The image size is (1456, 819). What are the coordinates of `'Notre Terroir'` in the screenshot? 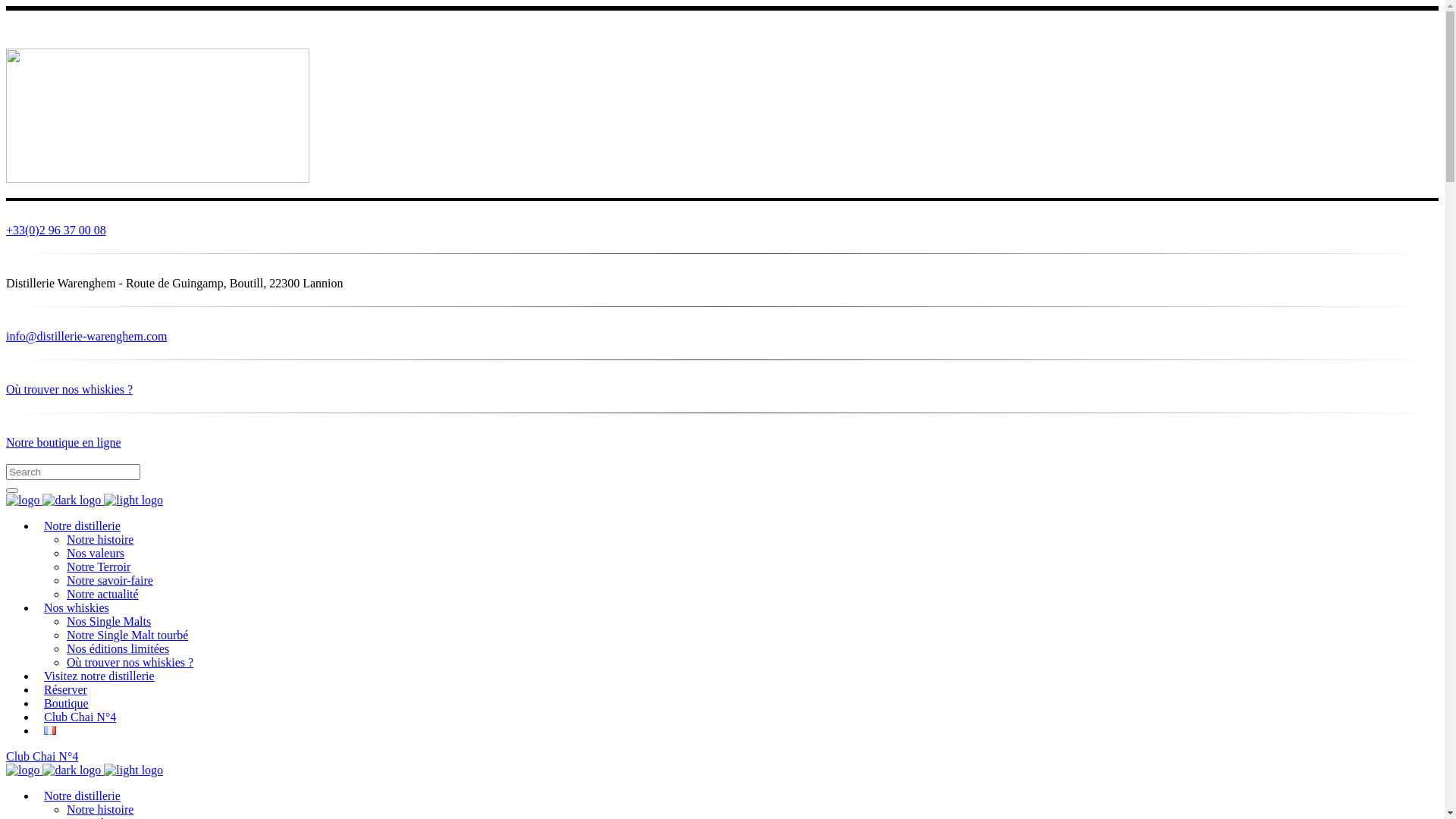 It's located at (97, 566).